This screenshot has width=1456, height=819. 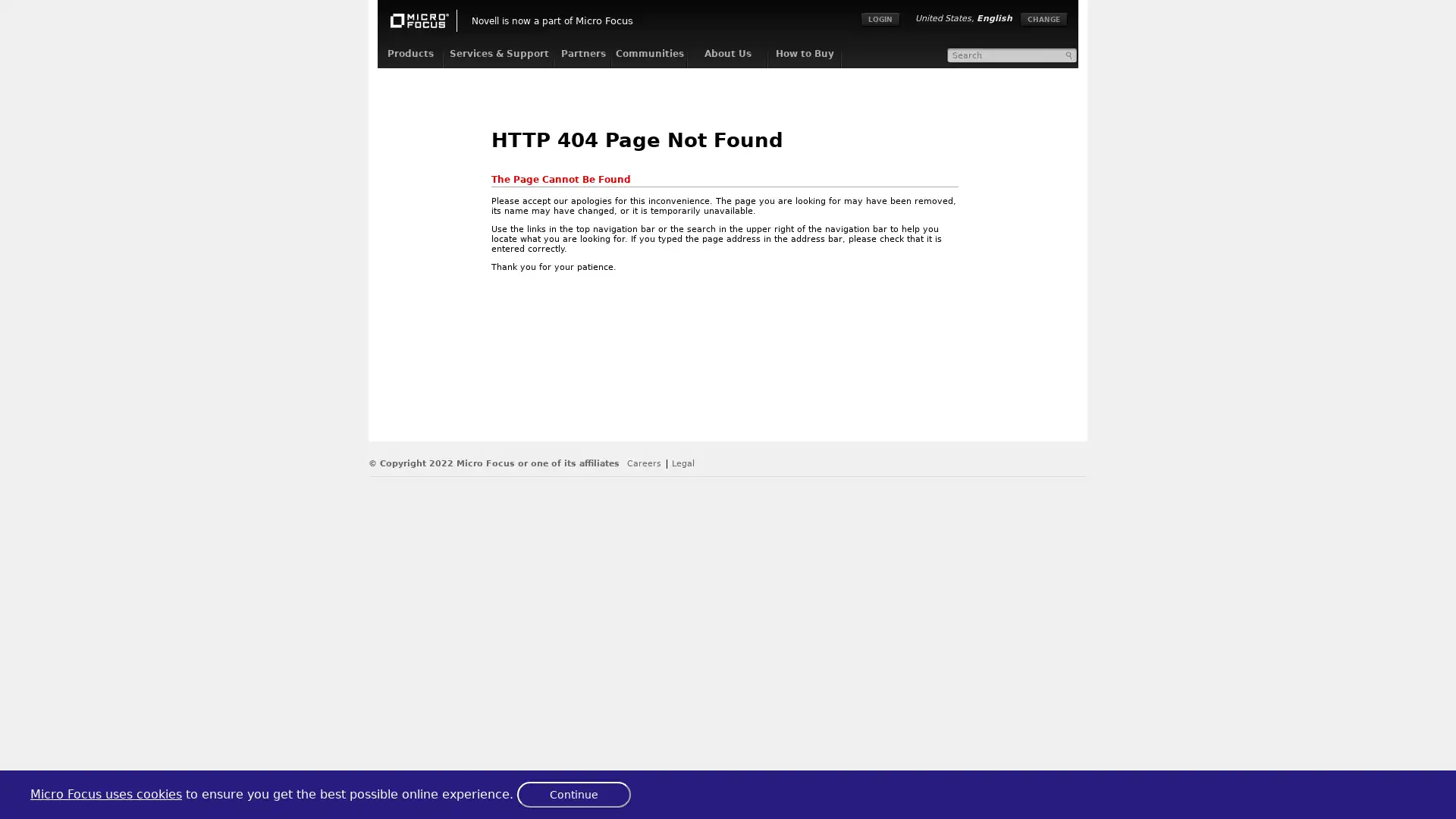 What do you see at coordinates (573, 794) in the screenshot?
I see `Continue` at bounding box center [573, 794].